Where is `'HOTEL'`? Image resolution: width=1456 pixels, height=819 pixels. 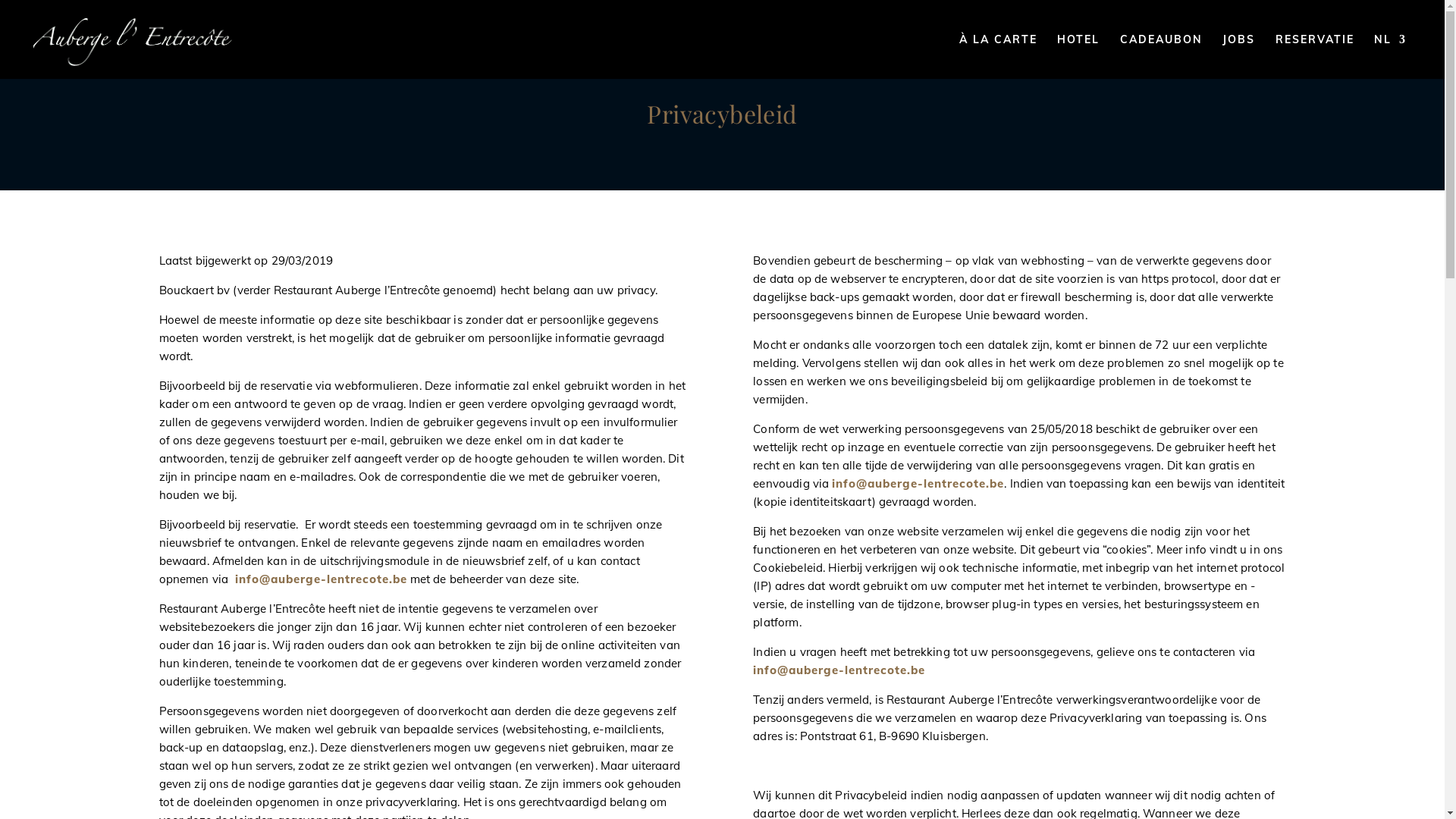
'HOTEL' is located at coordinates (1077, 55).